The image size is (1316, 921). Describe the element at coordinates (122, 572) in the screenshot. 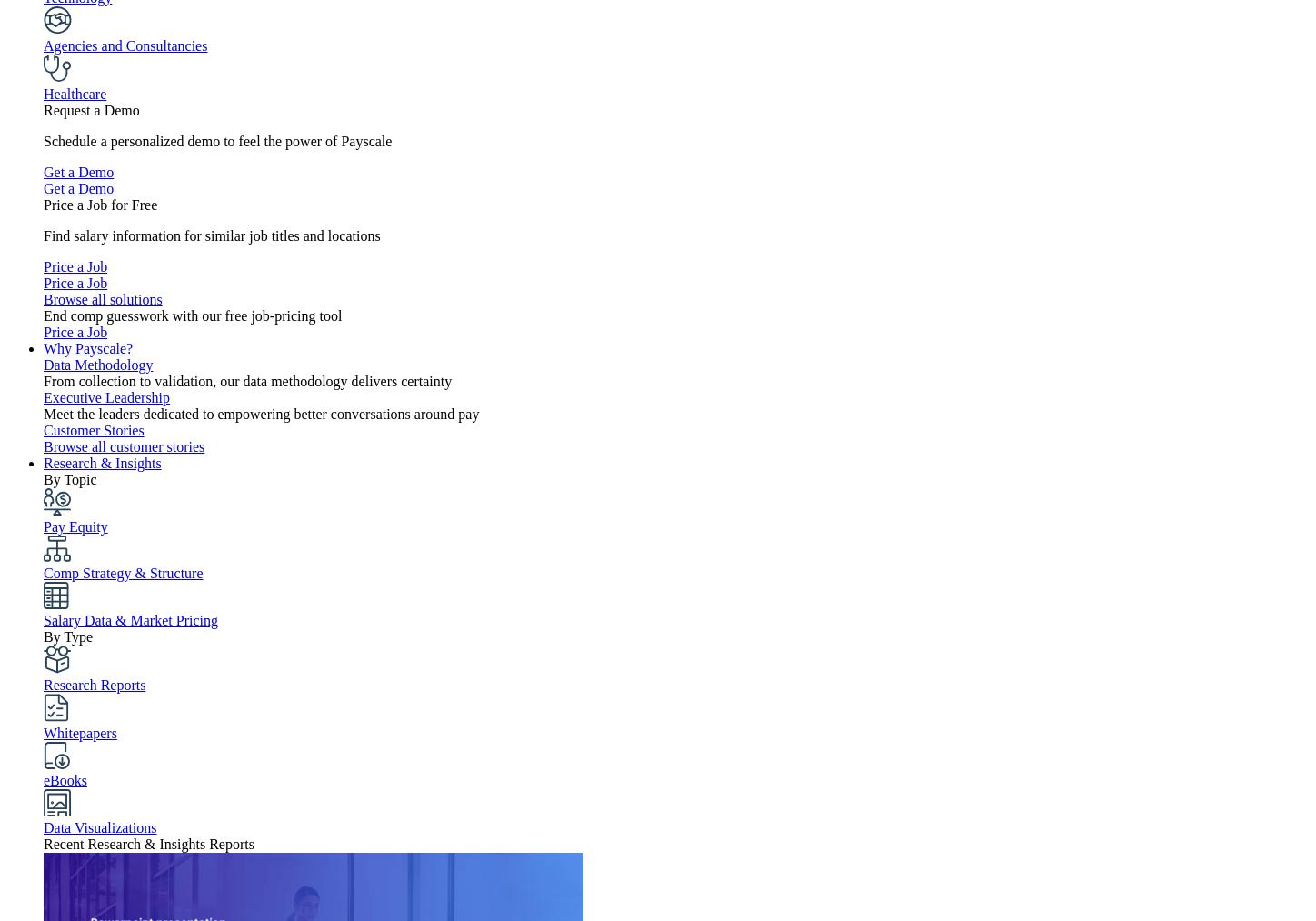

I see `'Comp Strategy & Structure'` at that location.